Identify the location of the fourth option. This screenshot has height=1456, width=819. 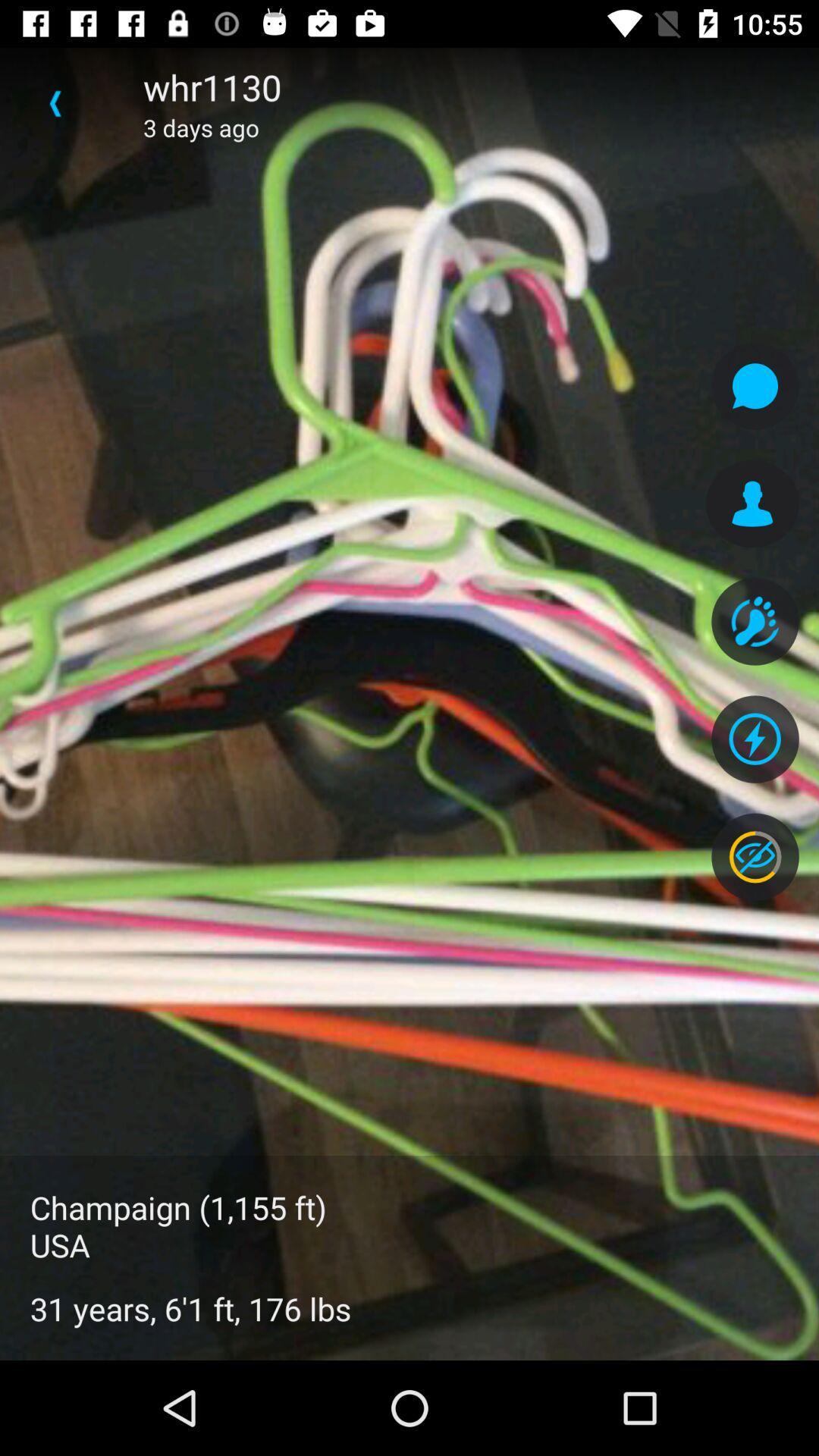
(755, 739).